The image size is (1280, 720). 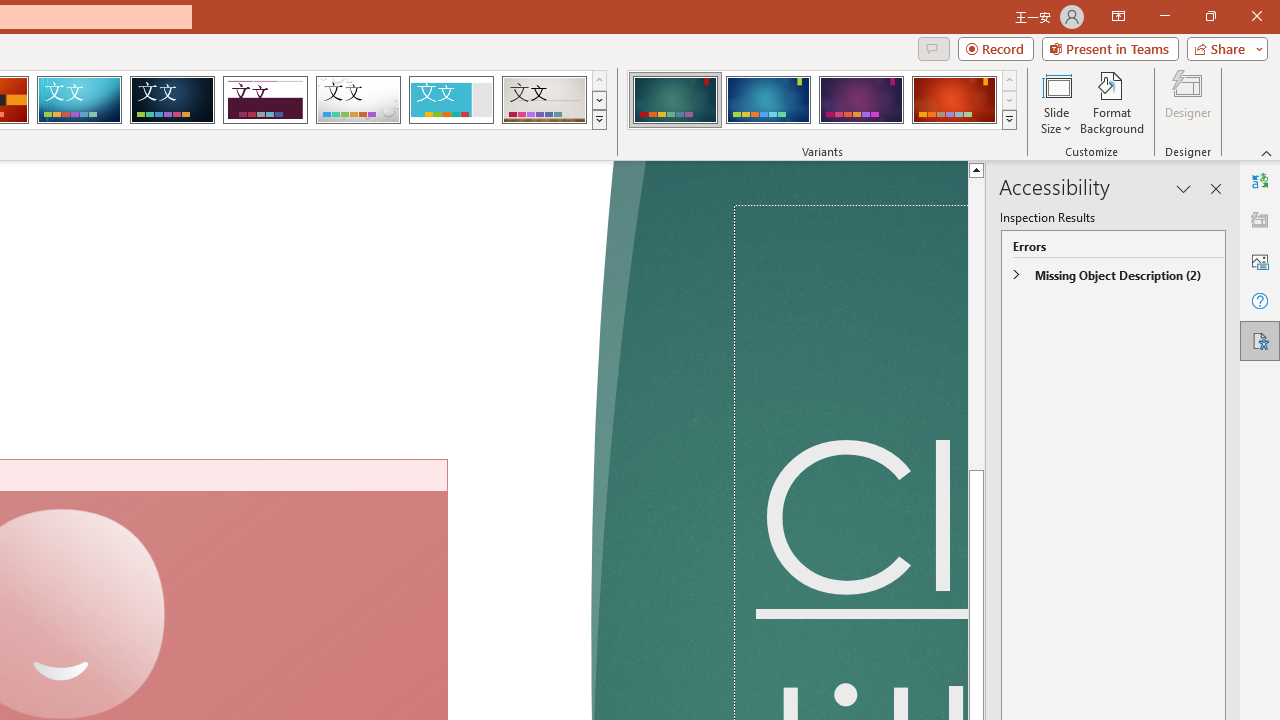 What do you see at coordinates (264, 100) in the screenshot?
I see `'Dividend'` at bounding box center [264, 100].